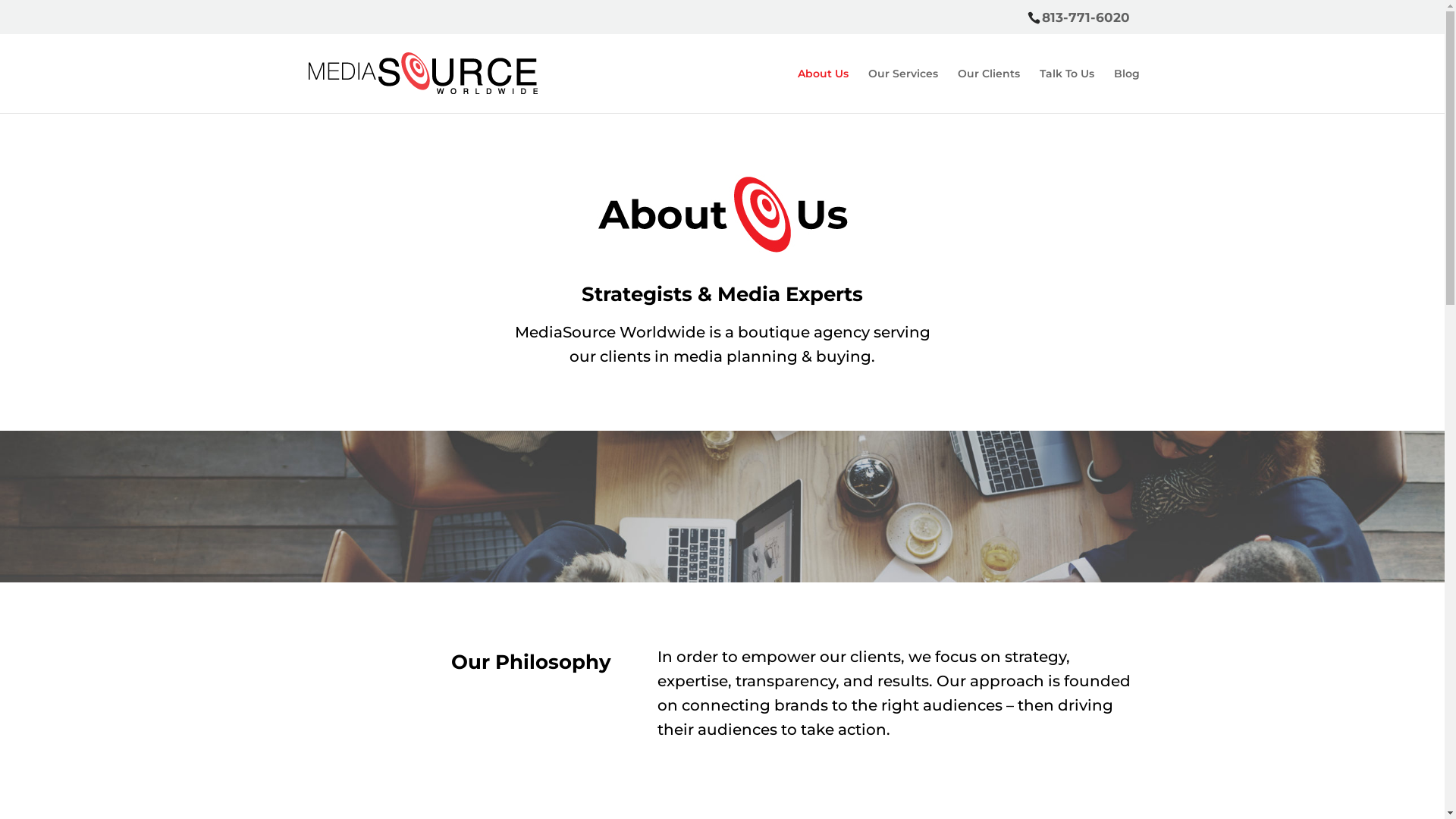 Image resolution: width=1456 pixels, height=819 pixels. What do you see at coordinates (1084, 17) in the screenshot?
I see `'813-771-6020'` at bounding box center [1084, 17].